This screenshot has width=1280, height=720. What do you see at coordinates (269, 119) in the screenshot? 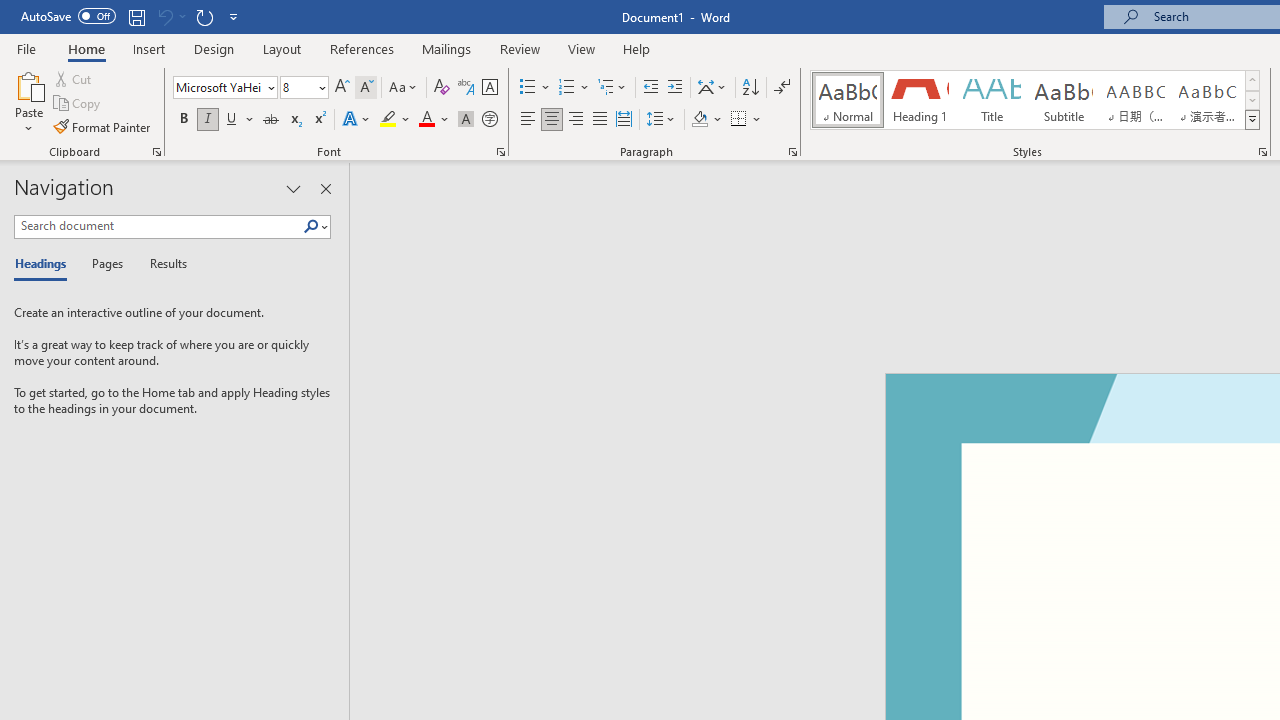
I see `'Strikethrough'` at bounding box center [269, 119].